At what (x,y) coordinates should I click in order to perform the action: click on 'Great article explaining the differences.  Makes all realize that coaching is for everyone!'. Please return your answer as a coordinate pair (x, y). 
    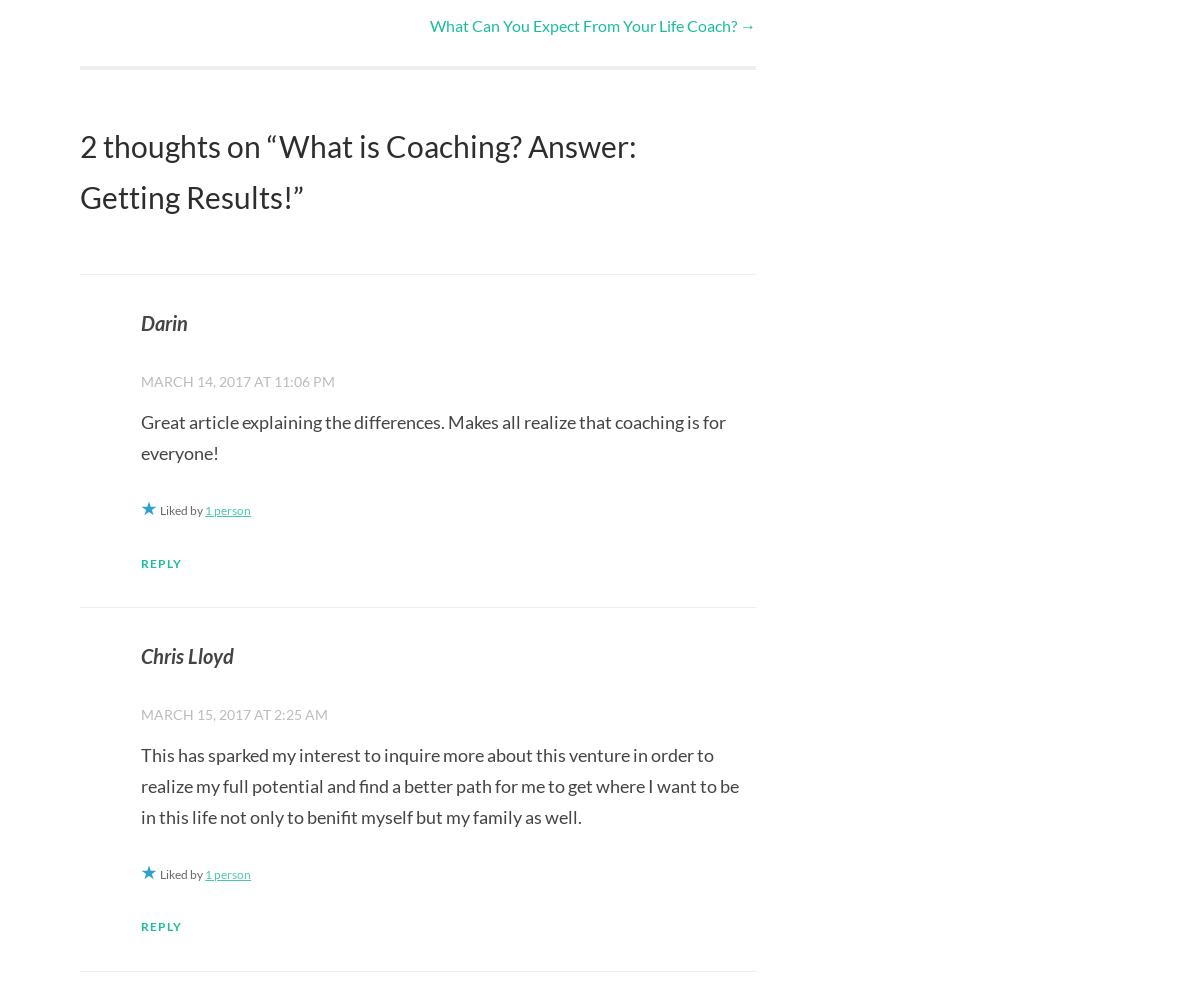
    Looking at the image, I should click on (433, 437).